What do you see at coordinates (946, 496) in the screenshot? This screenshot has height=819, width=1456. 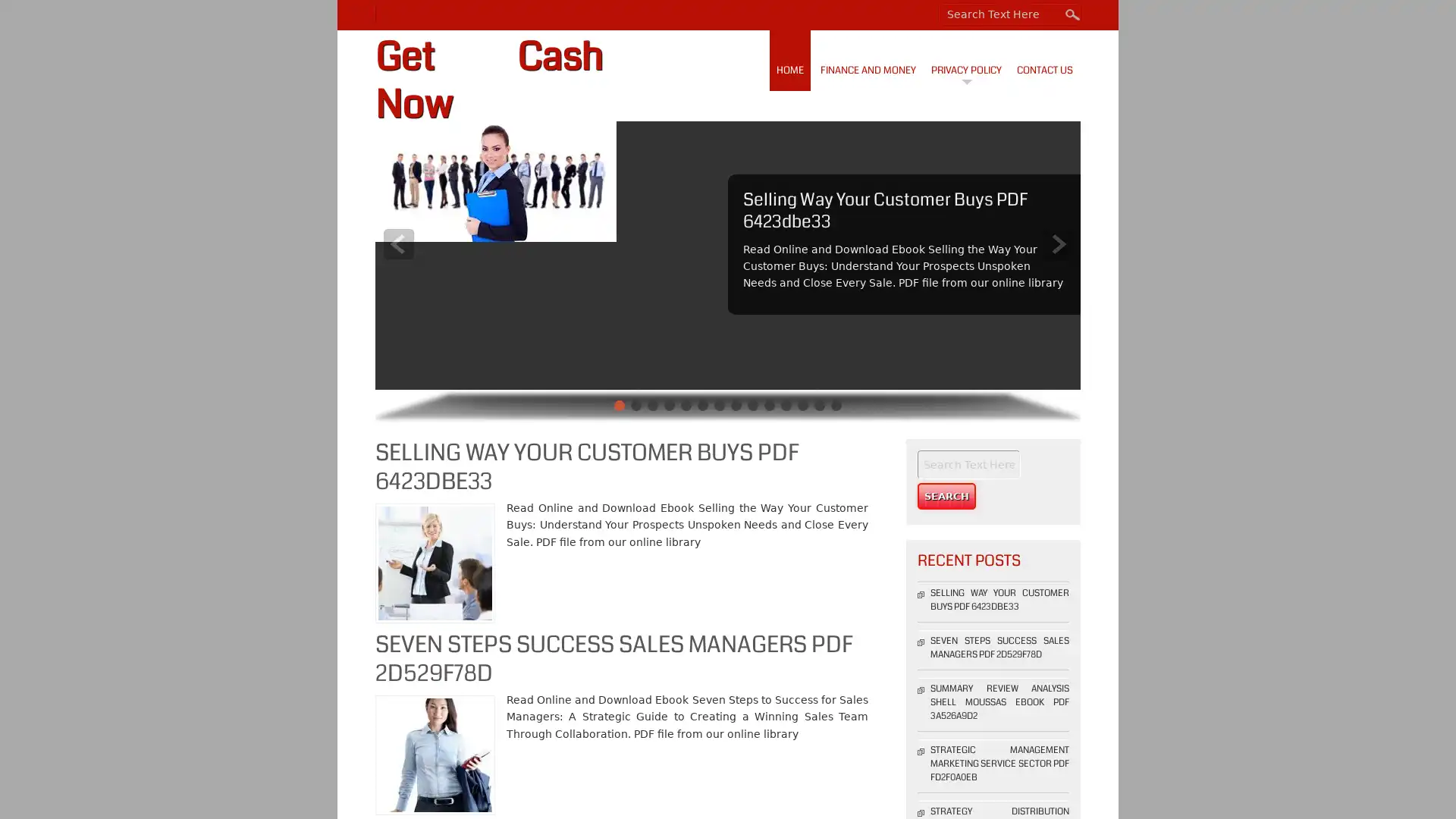 I see `Search` at bounding box center [946, 496].